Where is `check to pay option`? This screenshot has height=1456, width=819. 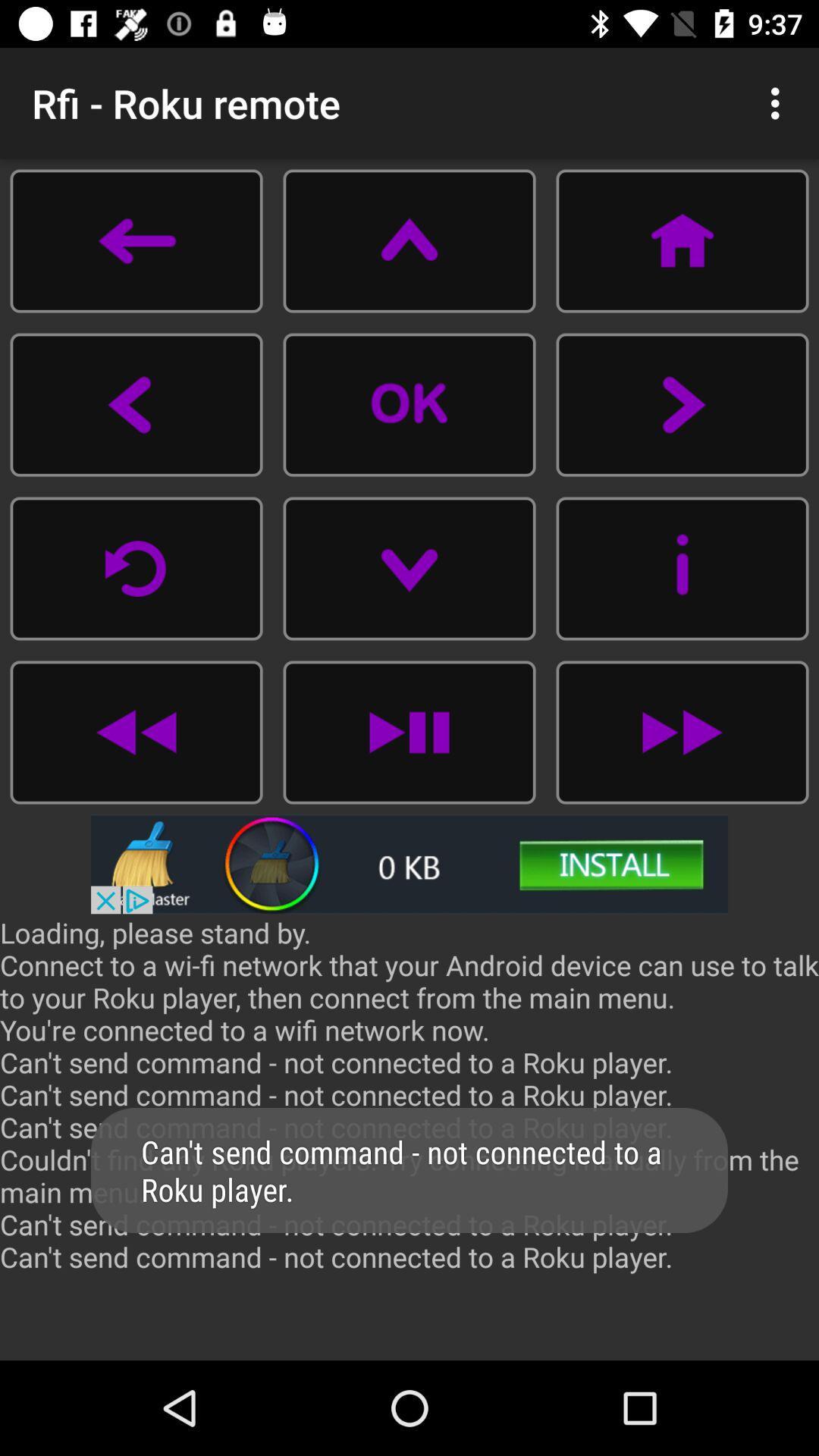 check to pay option is located at coordinates (136, 732).